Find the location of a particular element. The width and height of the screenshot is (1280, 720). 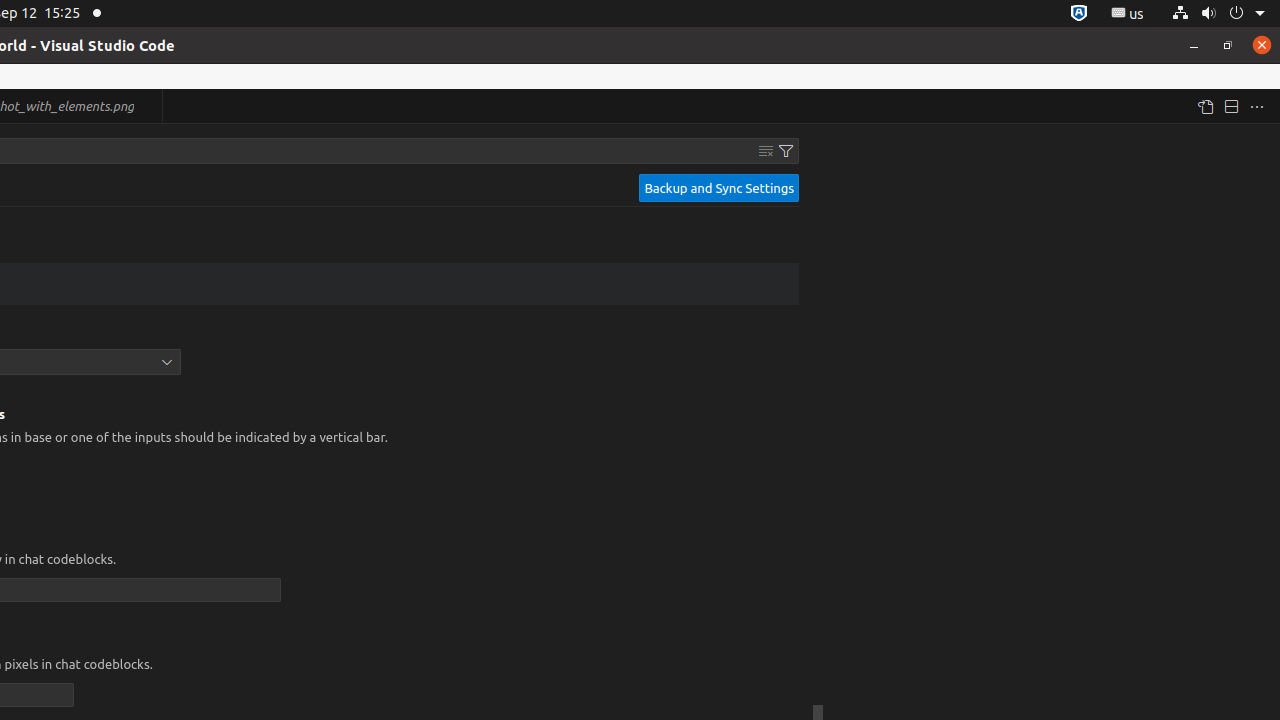

'Open Settings (JSON)' is located at coordinates (1203, 106).